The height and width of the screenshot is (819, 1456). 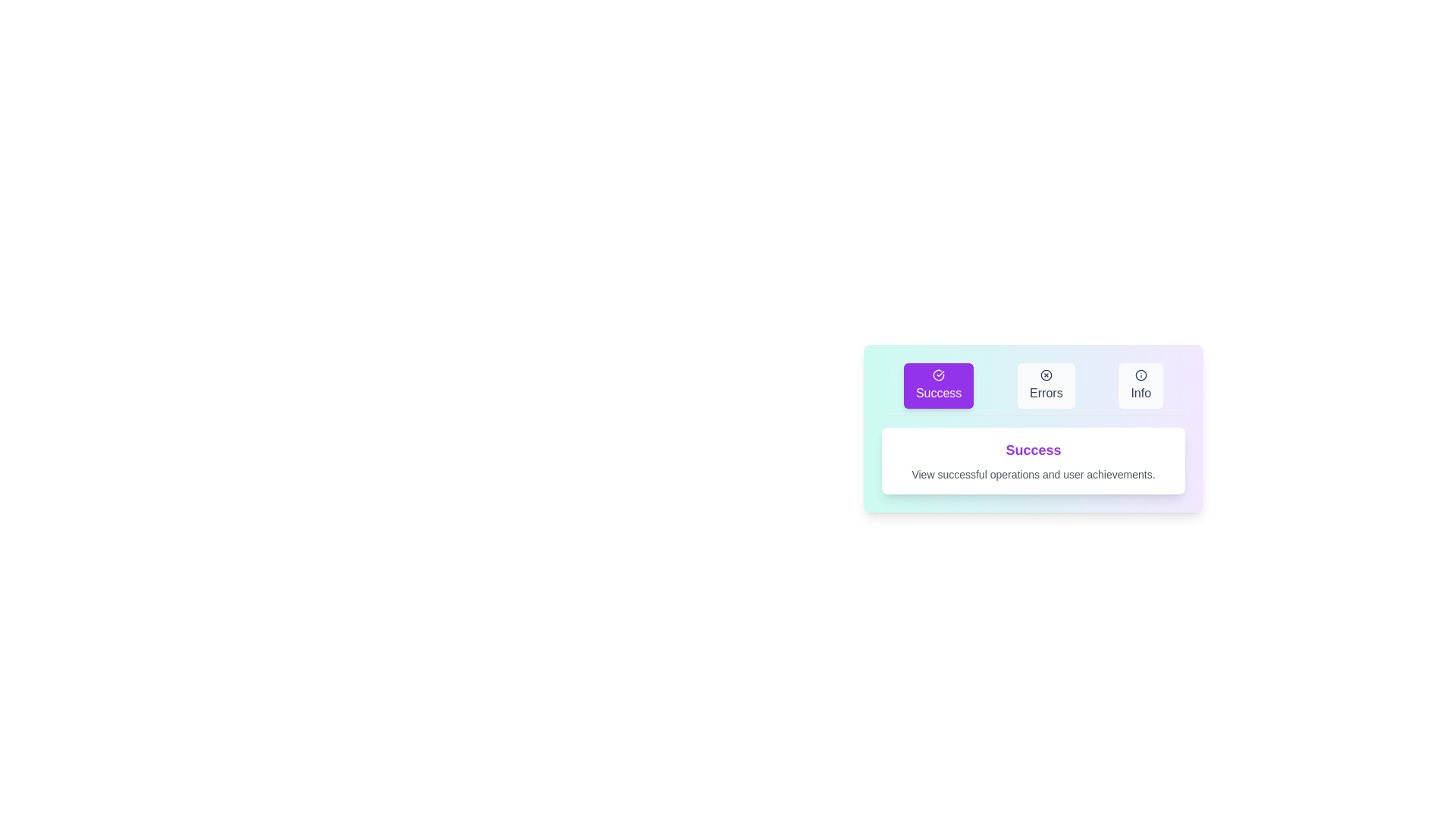 I want to click on the Errors tab, so click(x=1044, y=385).